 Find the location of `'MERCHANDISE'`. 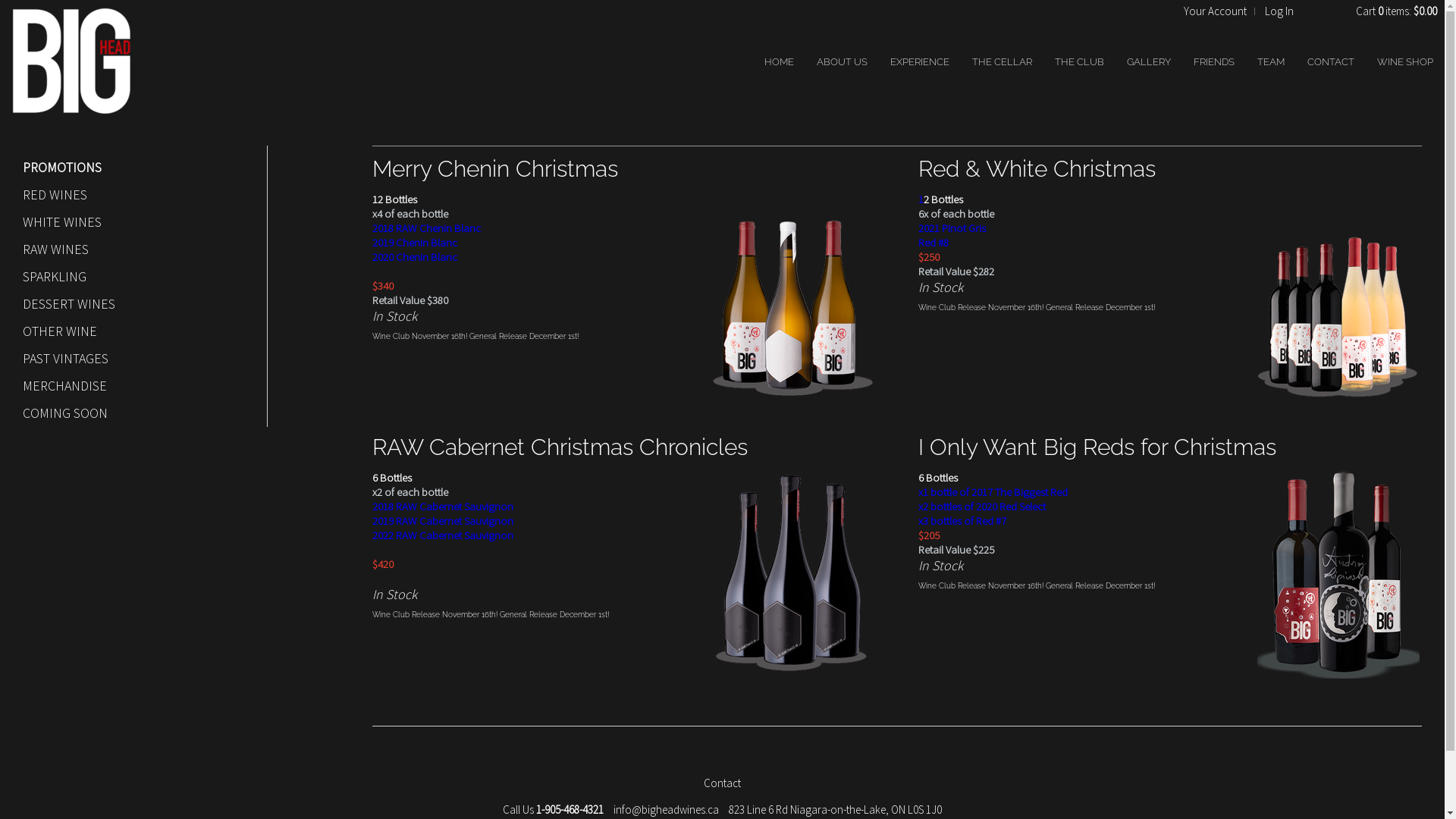

'MERCHANDISE' is located at coordinates (130, 385).